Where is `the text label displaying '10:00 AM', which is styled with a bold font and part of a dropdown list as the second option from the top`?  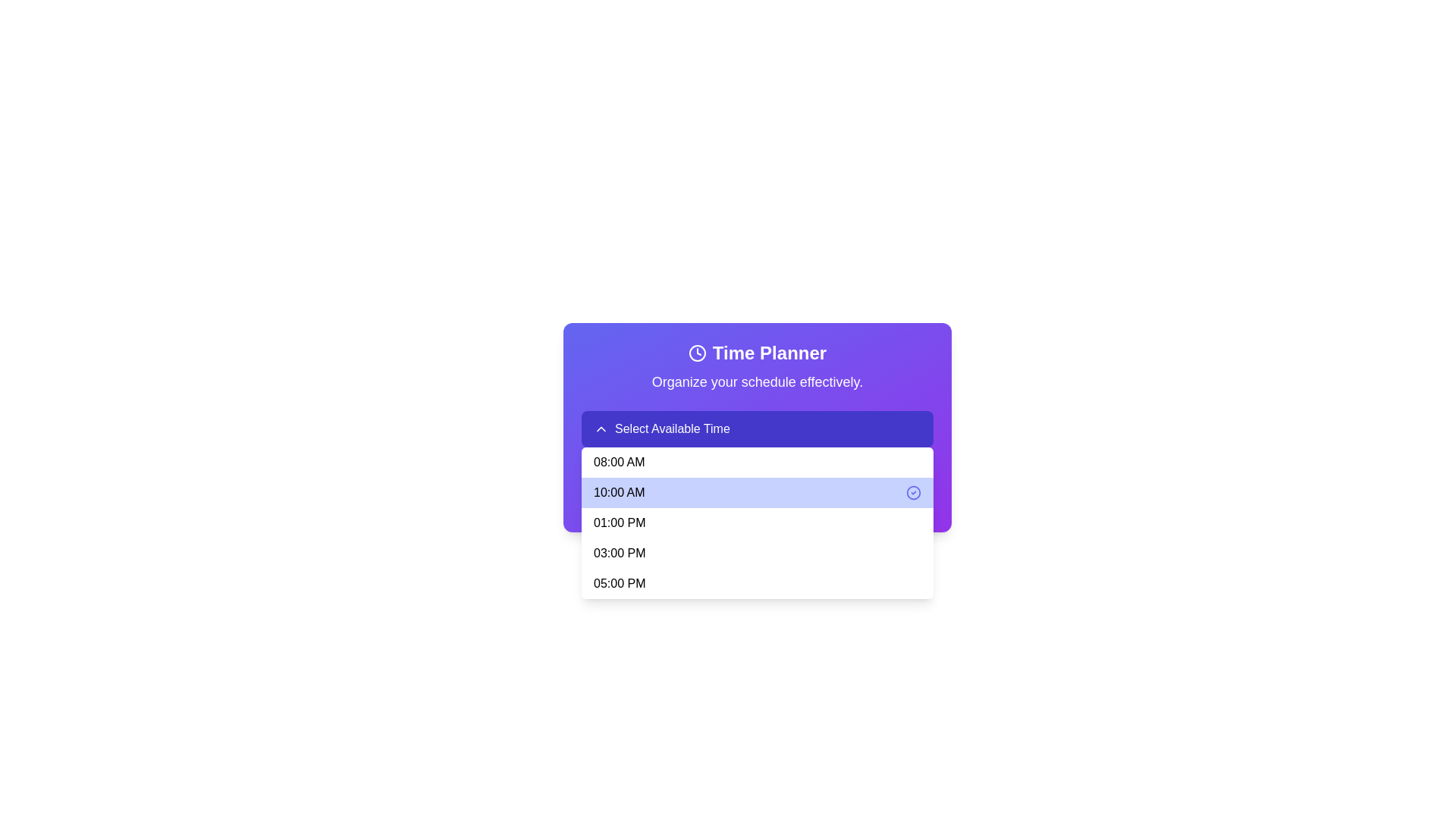 the text label displaying '10:00 AM', which is styled with a bold font and part of a dropdown list as the second option from the top is located at coordinates (619, 493).